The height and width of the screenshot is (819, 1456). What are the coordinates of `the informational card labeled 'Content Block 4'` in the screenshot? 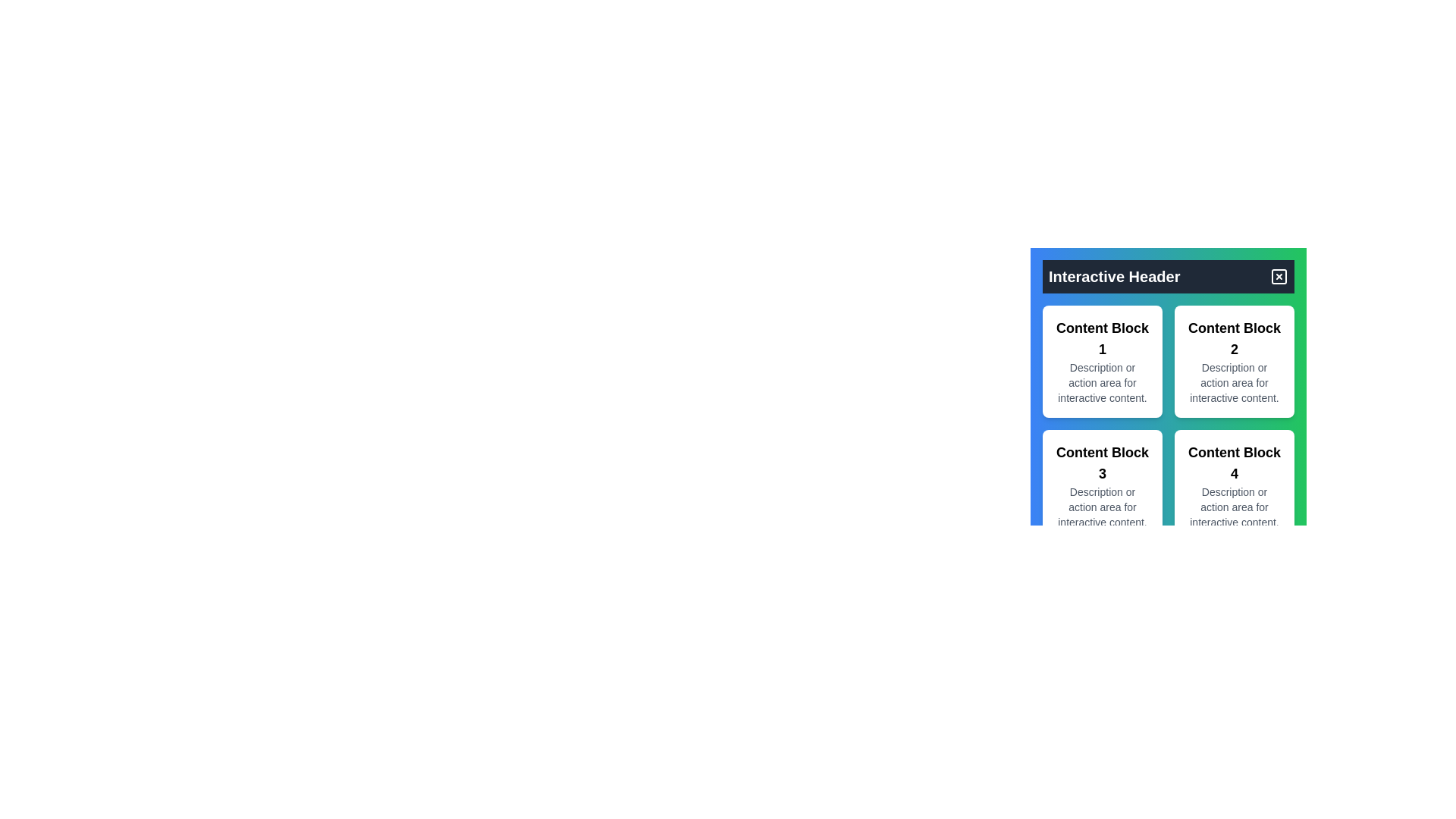 It's located at (1234, 485).